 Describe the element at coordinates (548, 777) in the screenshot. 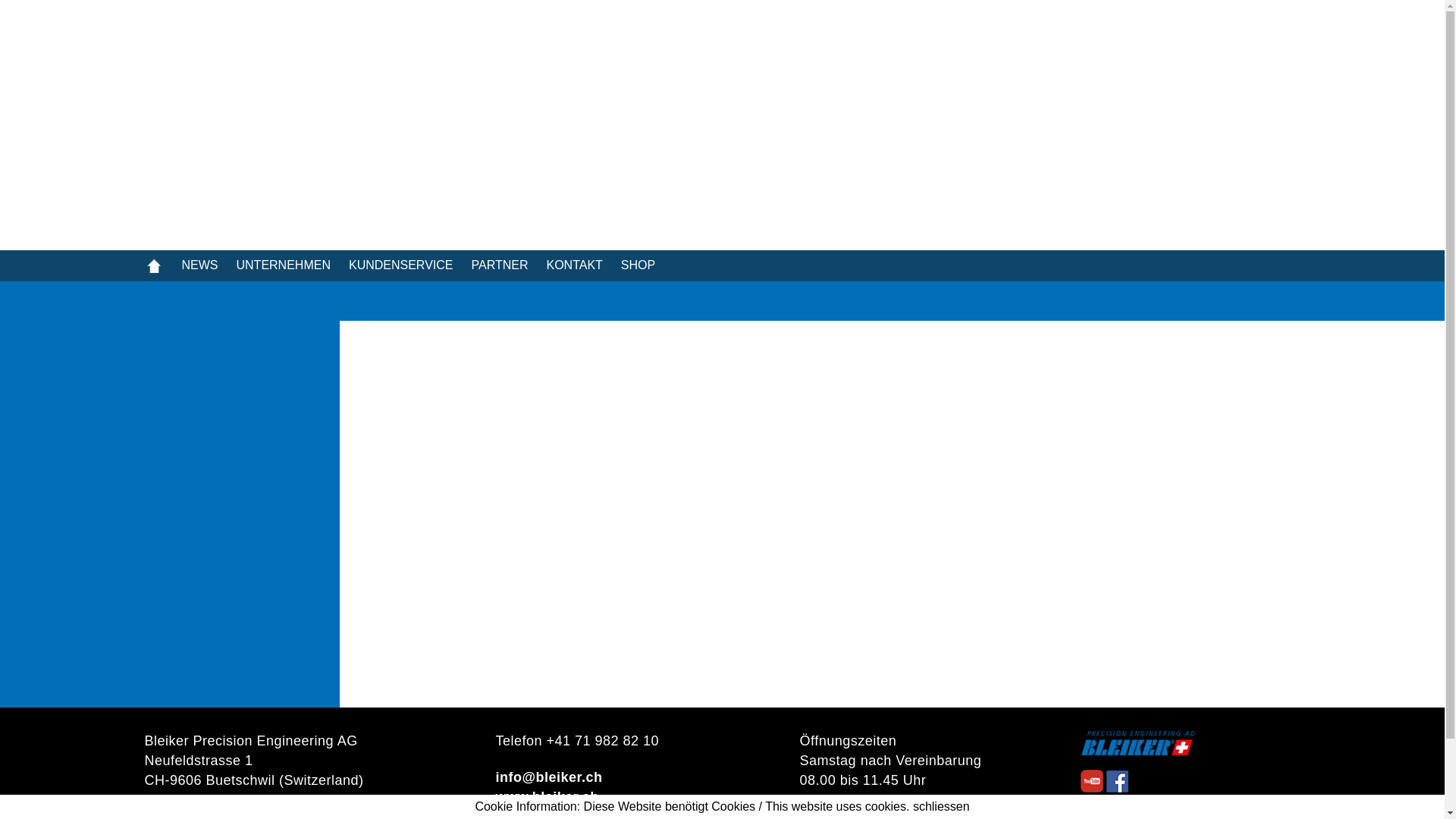

I see `'info@bleiker.ch'` at that location.